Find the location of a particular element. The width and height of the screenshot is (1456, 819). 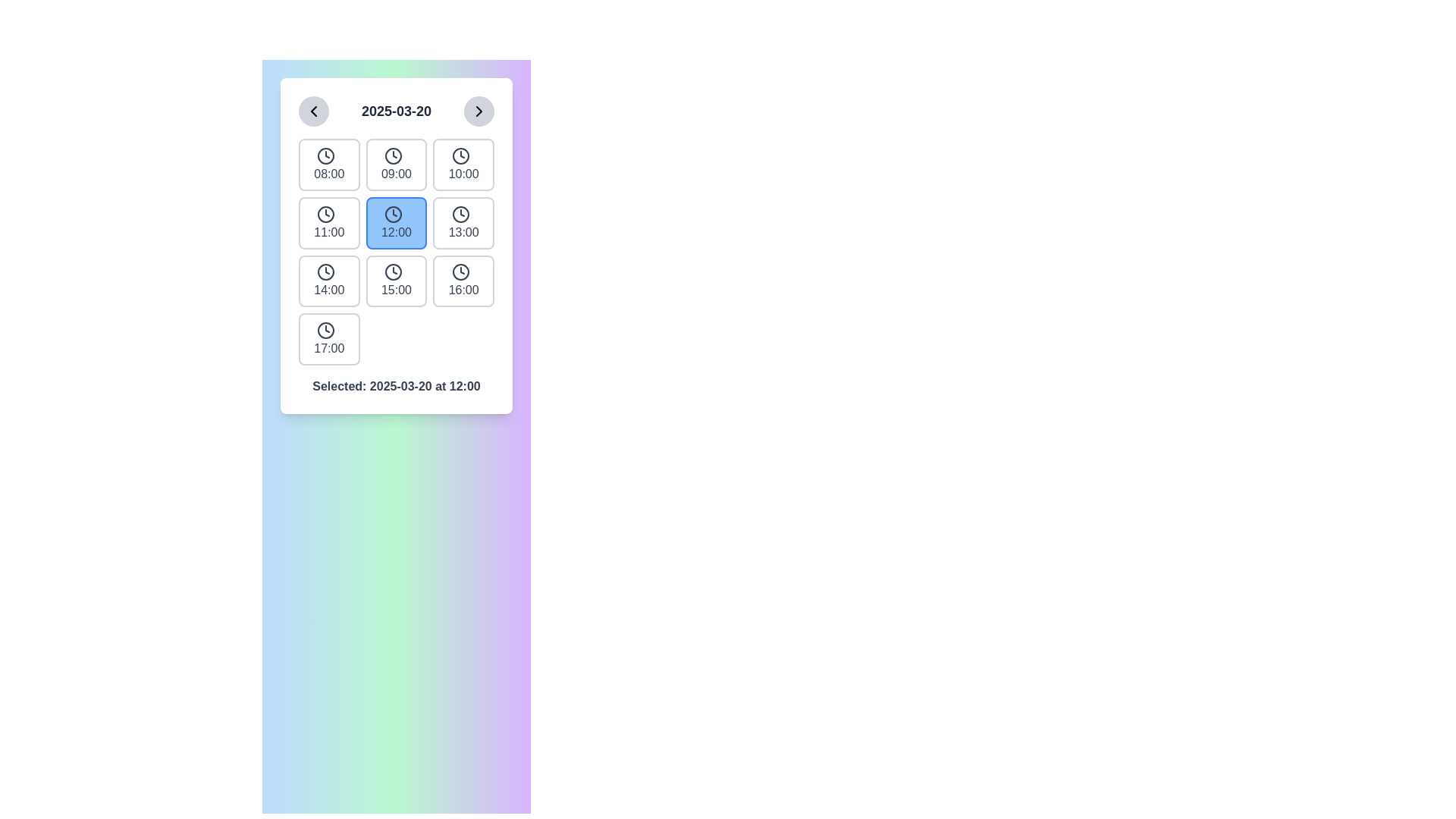

the circular shape representing the clock's outline within the fifth button labeled '15:00' in the time selection grid is located at coordinates (393, 271).